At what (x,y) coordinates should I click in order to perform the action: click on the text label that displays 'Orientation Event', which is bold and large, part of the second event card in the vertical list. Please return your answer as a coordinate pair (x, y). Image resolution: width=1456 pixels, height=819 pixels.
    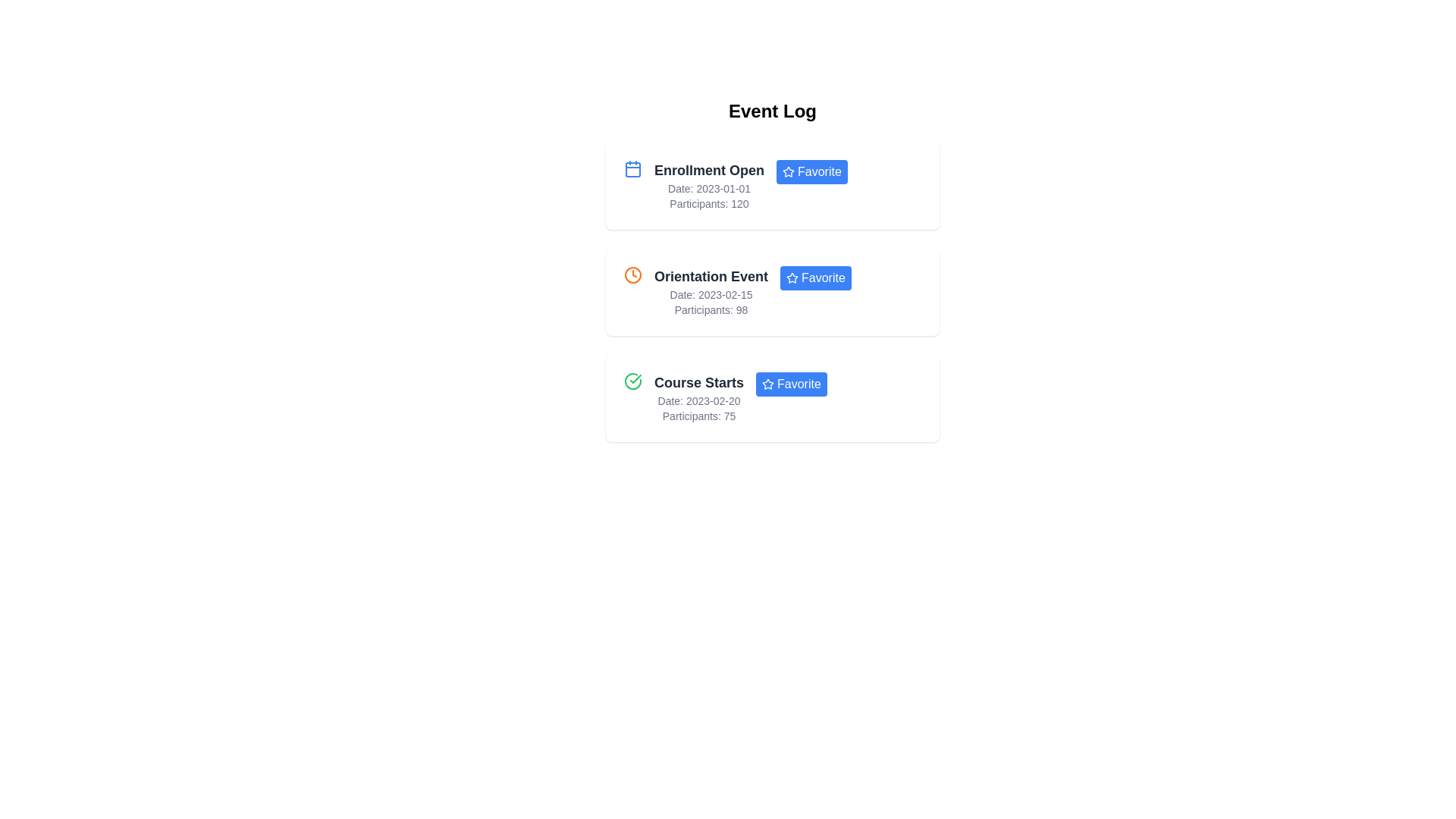
    Looking at the image, I should click on (711, 277).